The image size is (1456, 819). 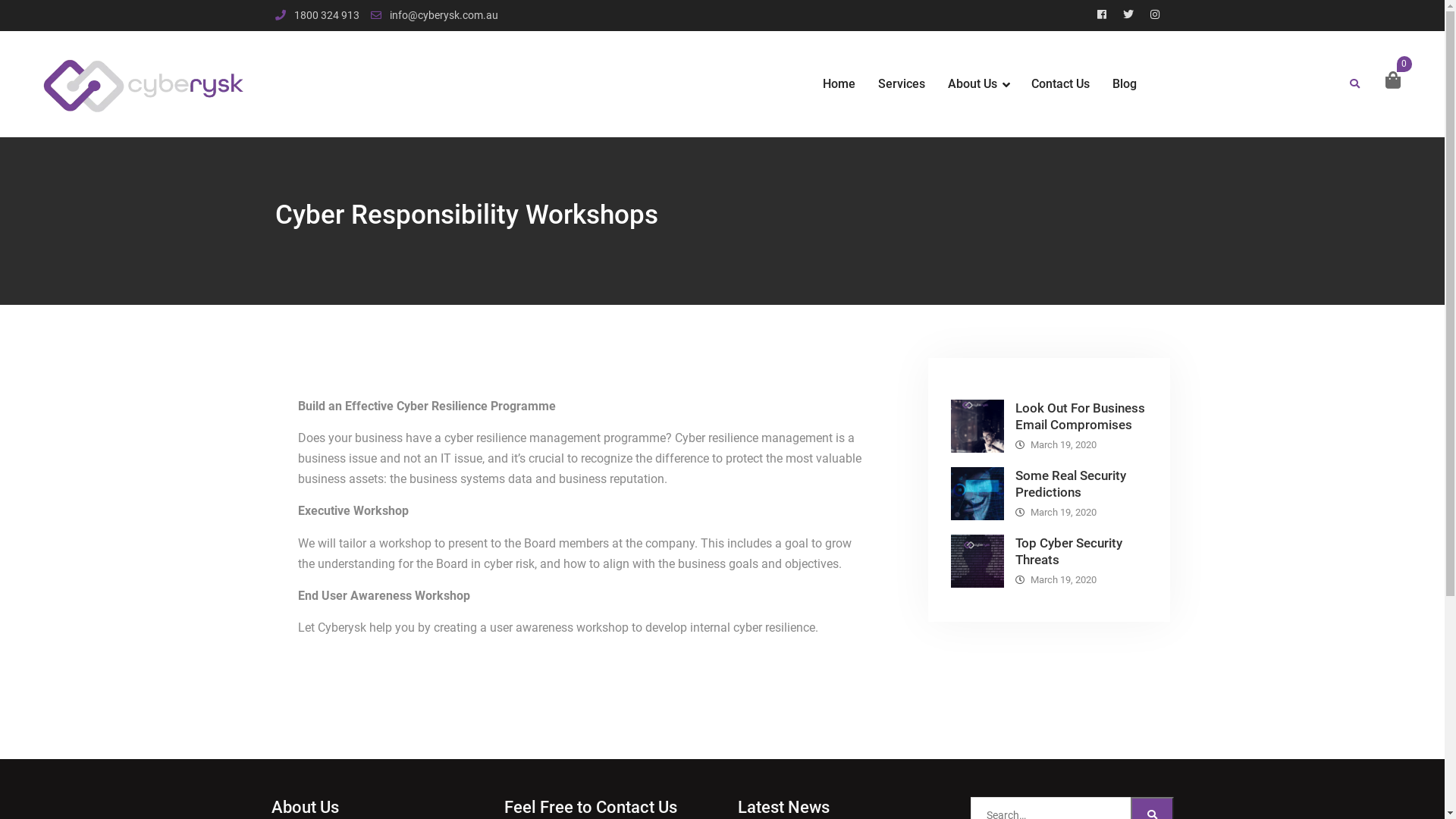 I want to click on 'Top Cyber Security Threats', so click(x=1067, y=551).